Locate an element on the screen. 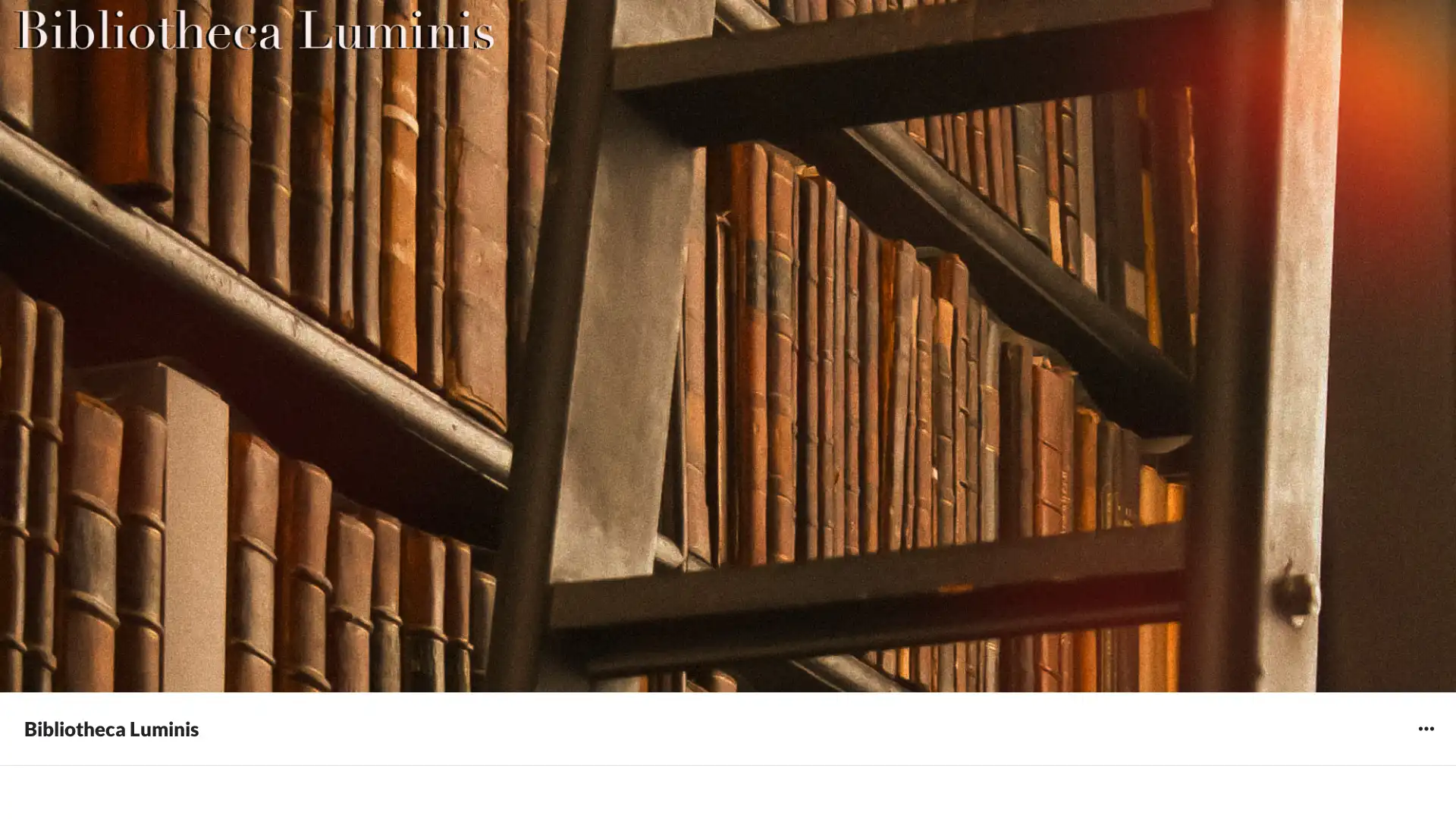  WIDGETS is located at coordinates (1425, 727).